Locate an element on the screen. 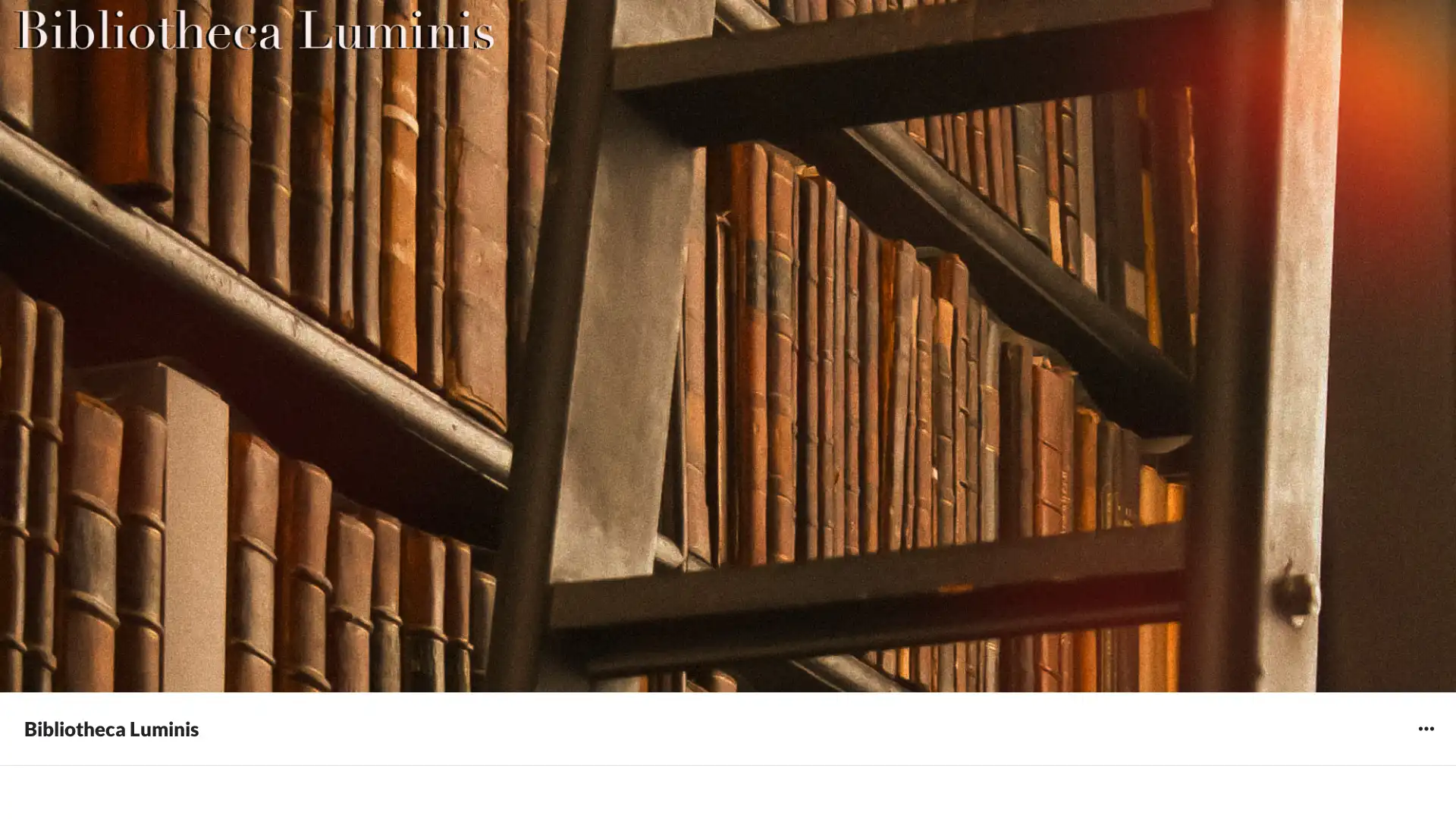  WIDGETS is located at coordinates (1425, 727).